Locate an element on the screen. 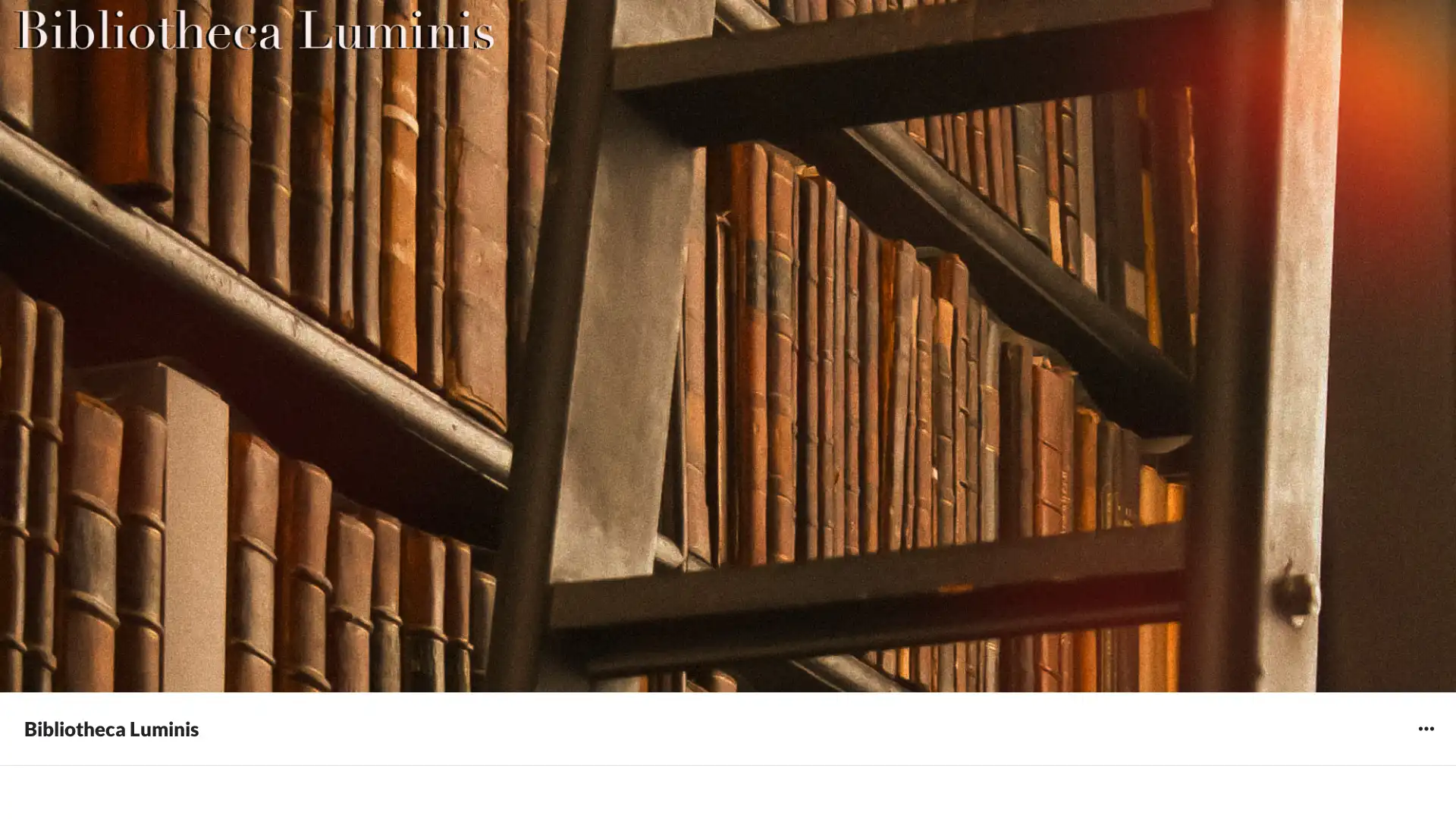  WIDGETS is located at coordinates (1425, 727).